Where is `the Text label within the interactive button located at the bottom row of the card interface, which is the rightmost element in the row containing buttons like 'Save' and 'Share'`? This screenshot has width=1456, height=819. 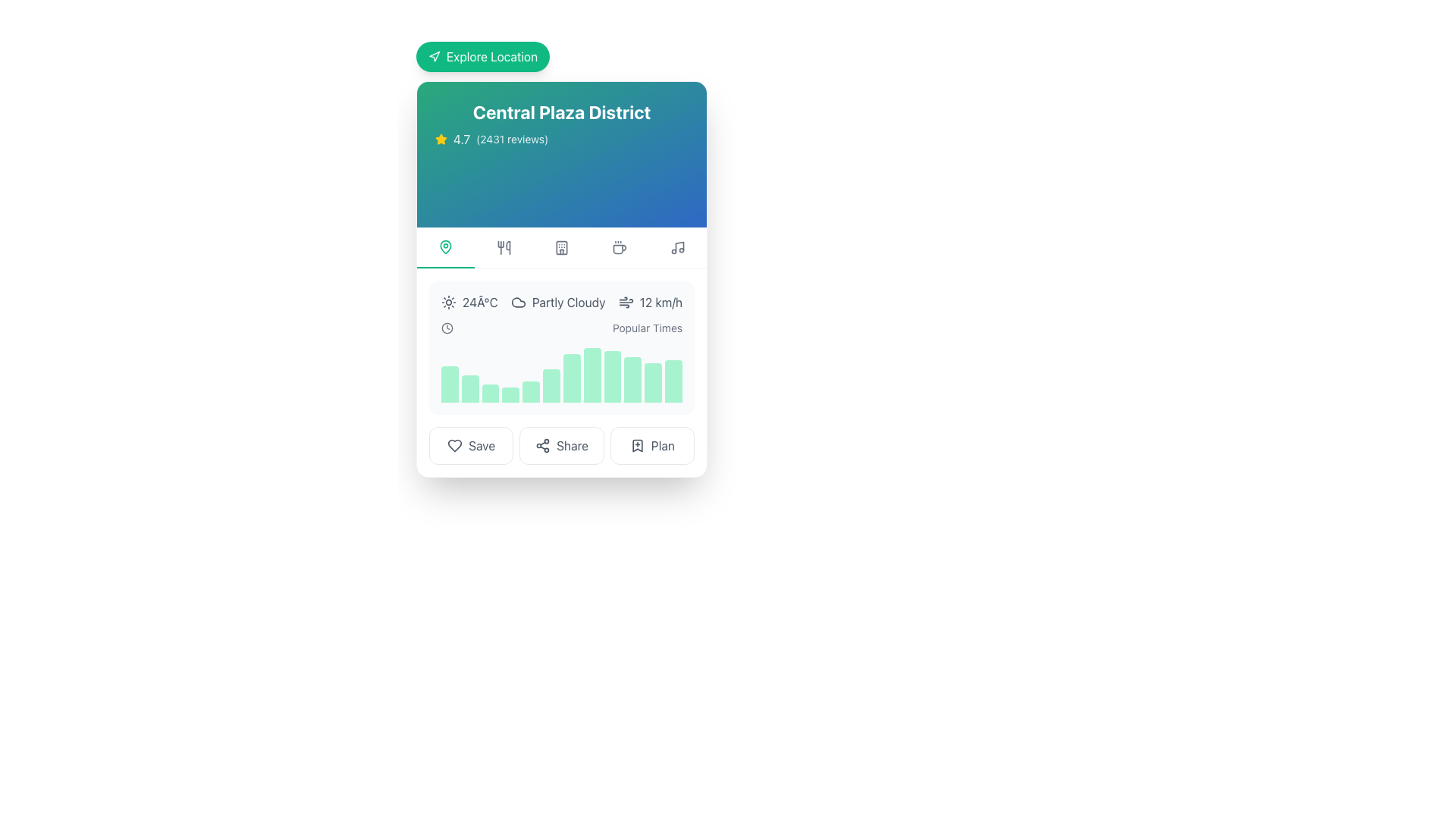
the Text label within the interactive button located at the bottom row of the card interface, which is the rightmost element in the row containing buttons like 'Save' and 'Share' is located at coordinates (663, 444).